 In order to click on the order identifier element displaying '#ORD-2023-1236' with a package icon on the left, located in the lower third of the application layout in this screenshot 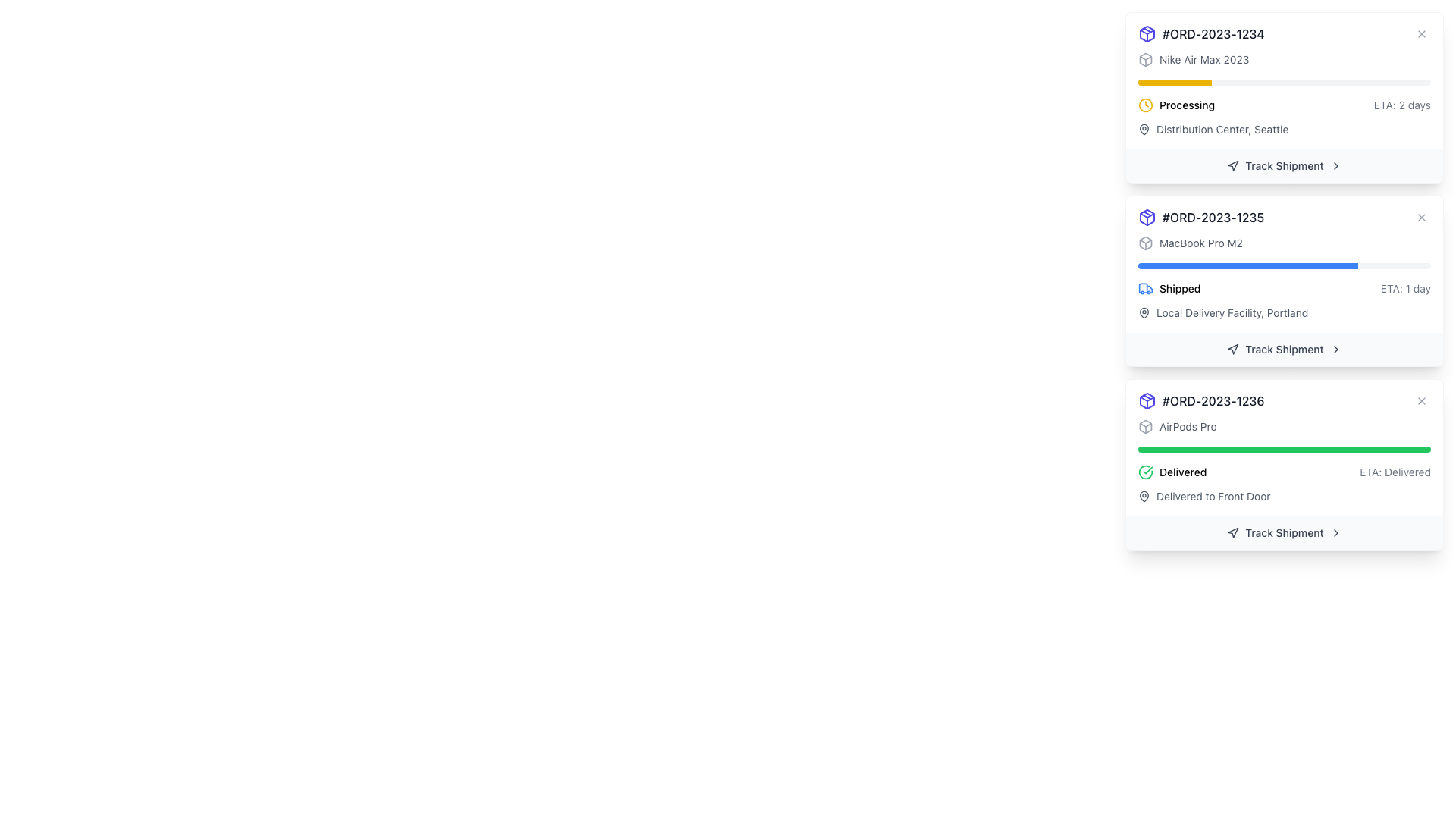, I will do `click(1200, 400)`.